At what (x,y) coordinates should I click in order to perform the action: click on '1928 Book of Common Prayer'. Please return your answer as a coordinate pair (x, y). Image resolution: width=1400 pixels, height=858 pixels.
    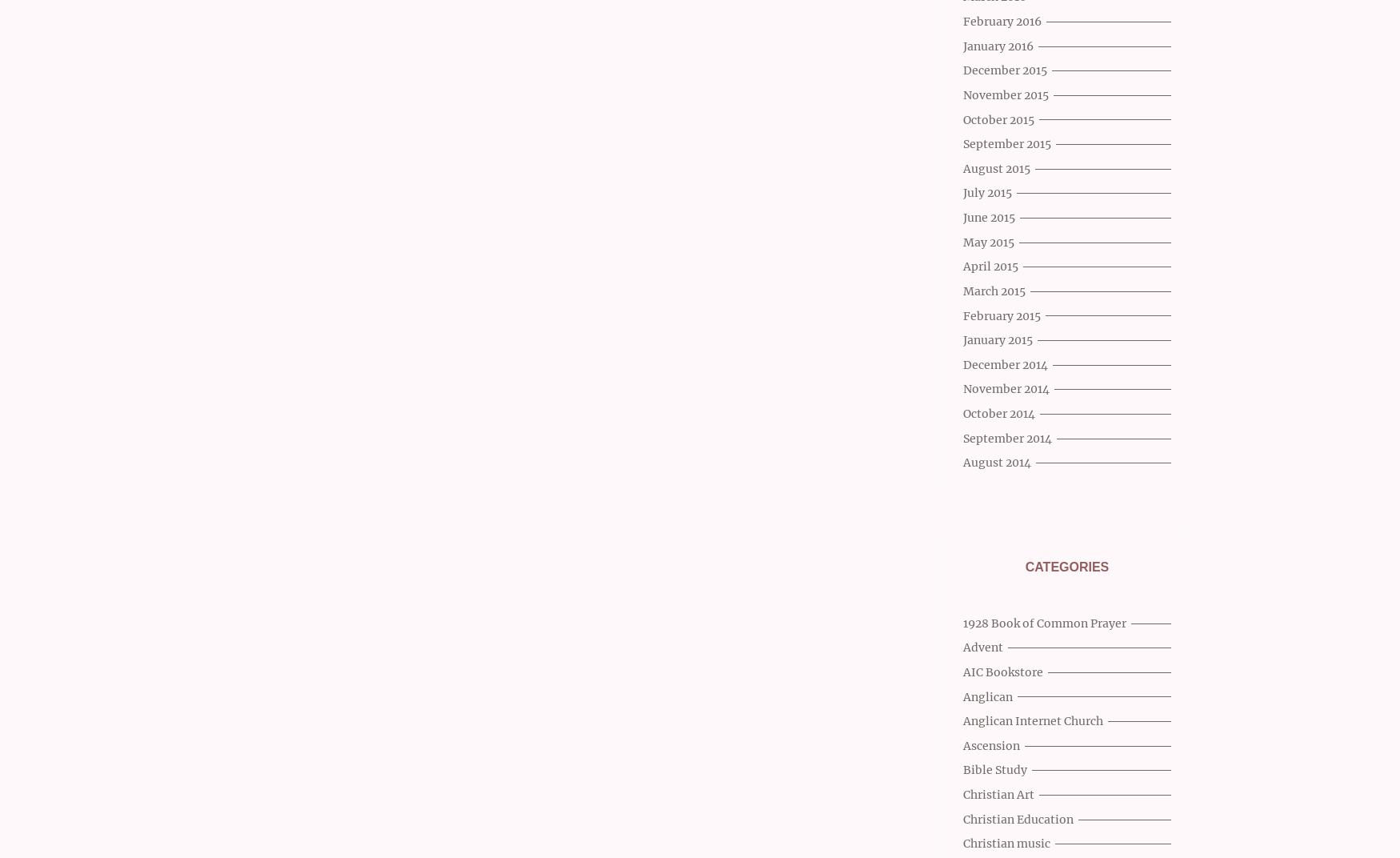
    Looking at the image, I should click on (1044, 622).